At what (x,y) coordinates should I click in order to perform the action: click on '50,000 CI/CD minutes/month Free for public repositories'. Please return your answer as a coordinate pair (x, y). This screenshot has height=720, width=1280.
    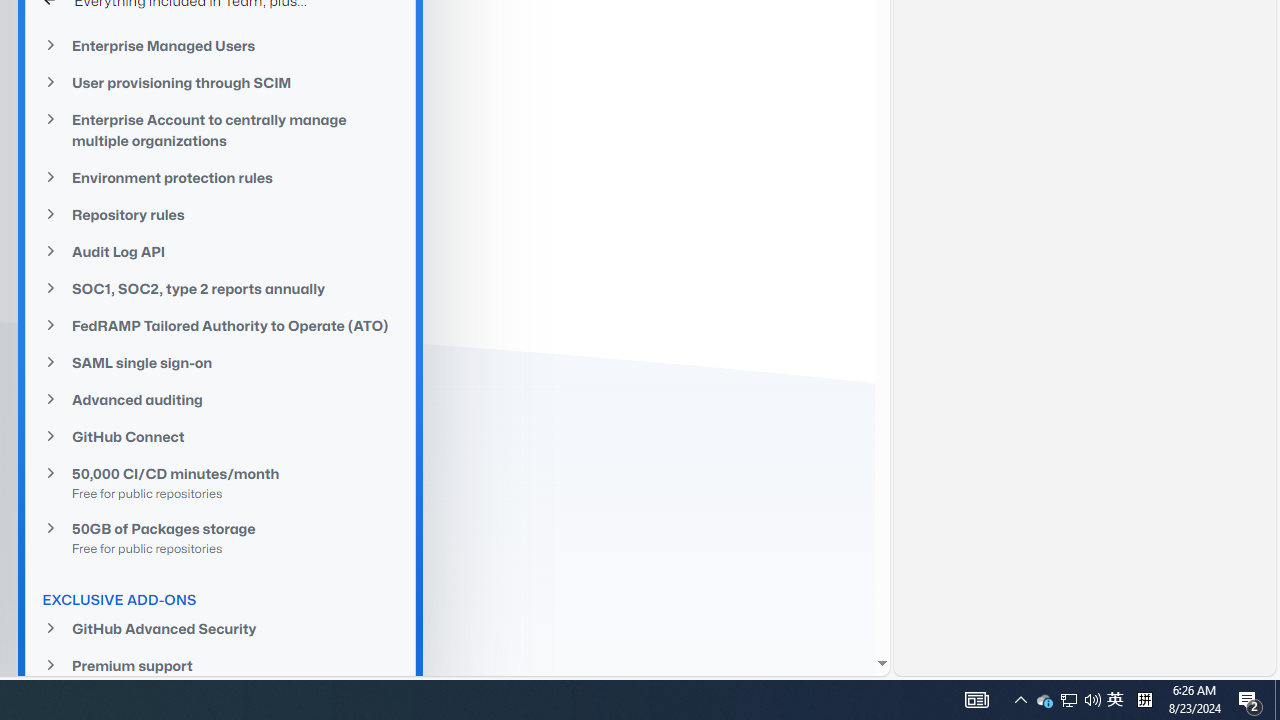
    Looking at the image, I should click on (220, 483).